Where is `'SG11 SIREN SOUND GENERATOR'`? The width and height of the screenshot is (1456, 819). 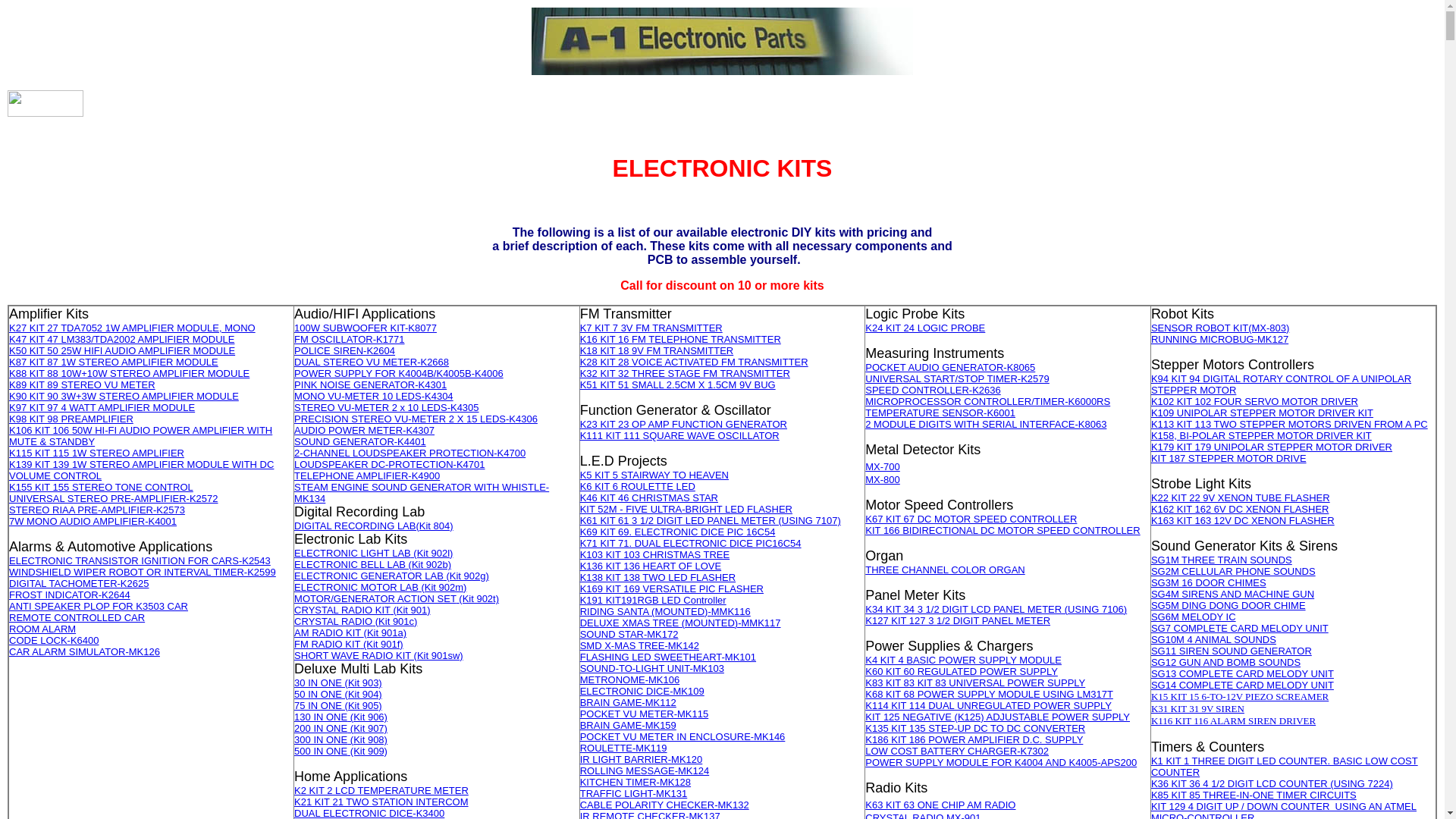 'SG11 SIREN SOUND GENERATOR' is located at coordinates (1231, 650).